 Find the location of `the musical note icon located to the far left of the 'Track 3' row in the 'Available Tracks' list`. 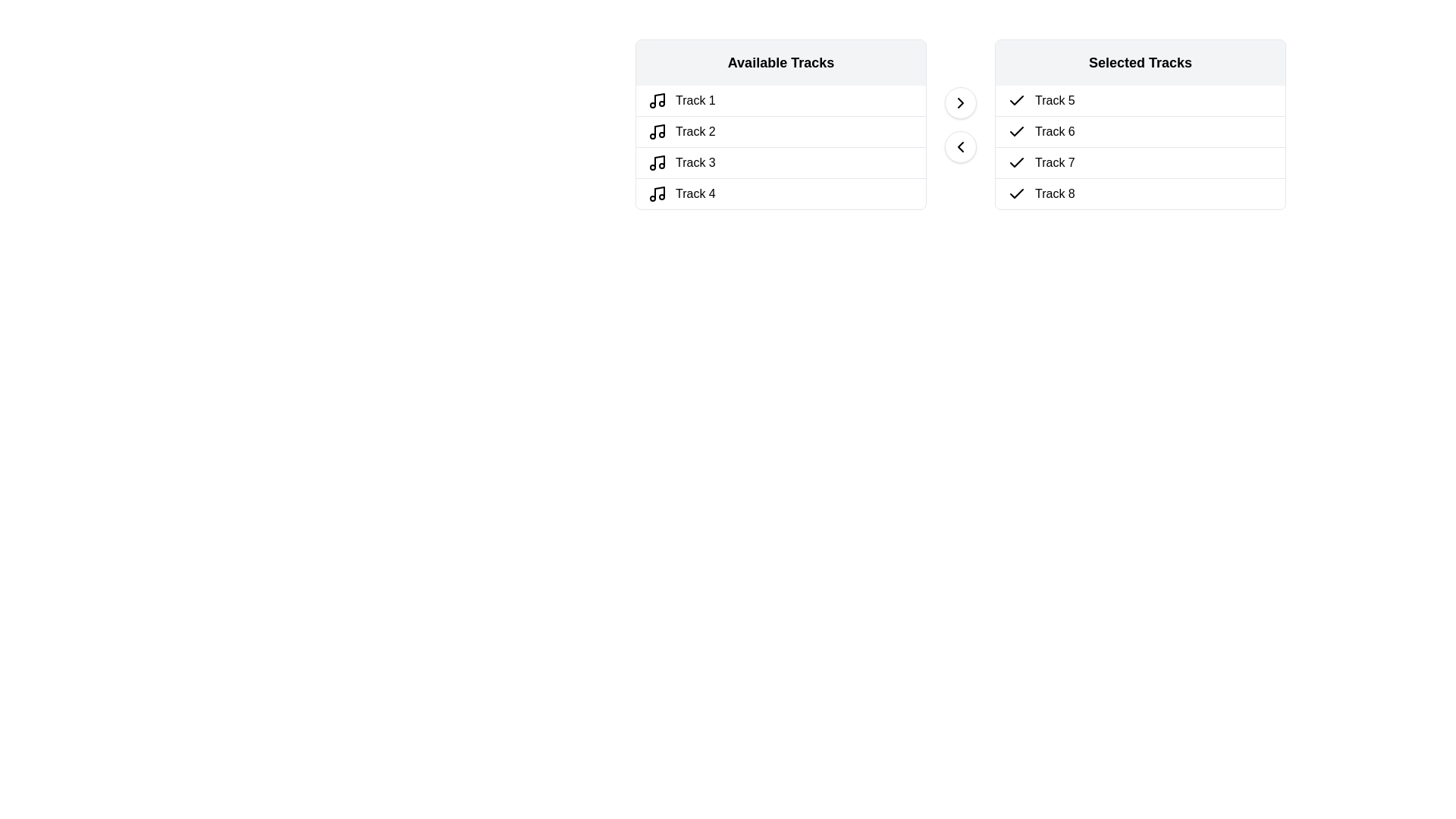

the musical note icon located to the far left of the 'Track 3' row in the 'Available Tracks' list is located at coordinates (657, 163).